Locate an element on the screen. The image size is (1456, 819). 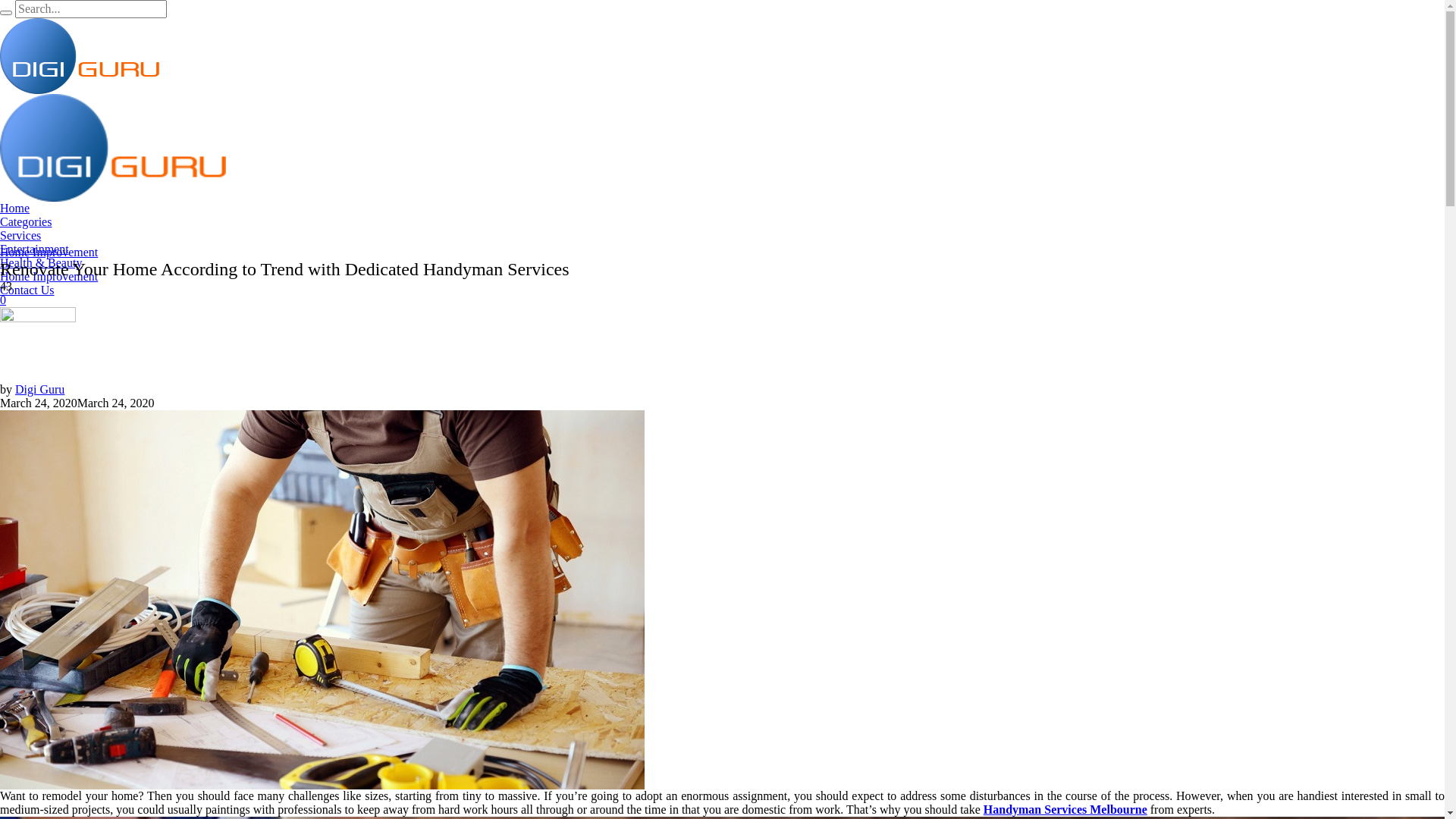
'Health & Beauty' is located at coordinates (40, 262).